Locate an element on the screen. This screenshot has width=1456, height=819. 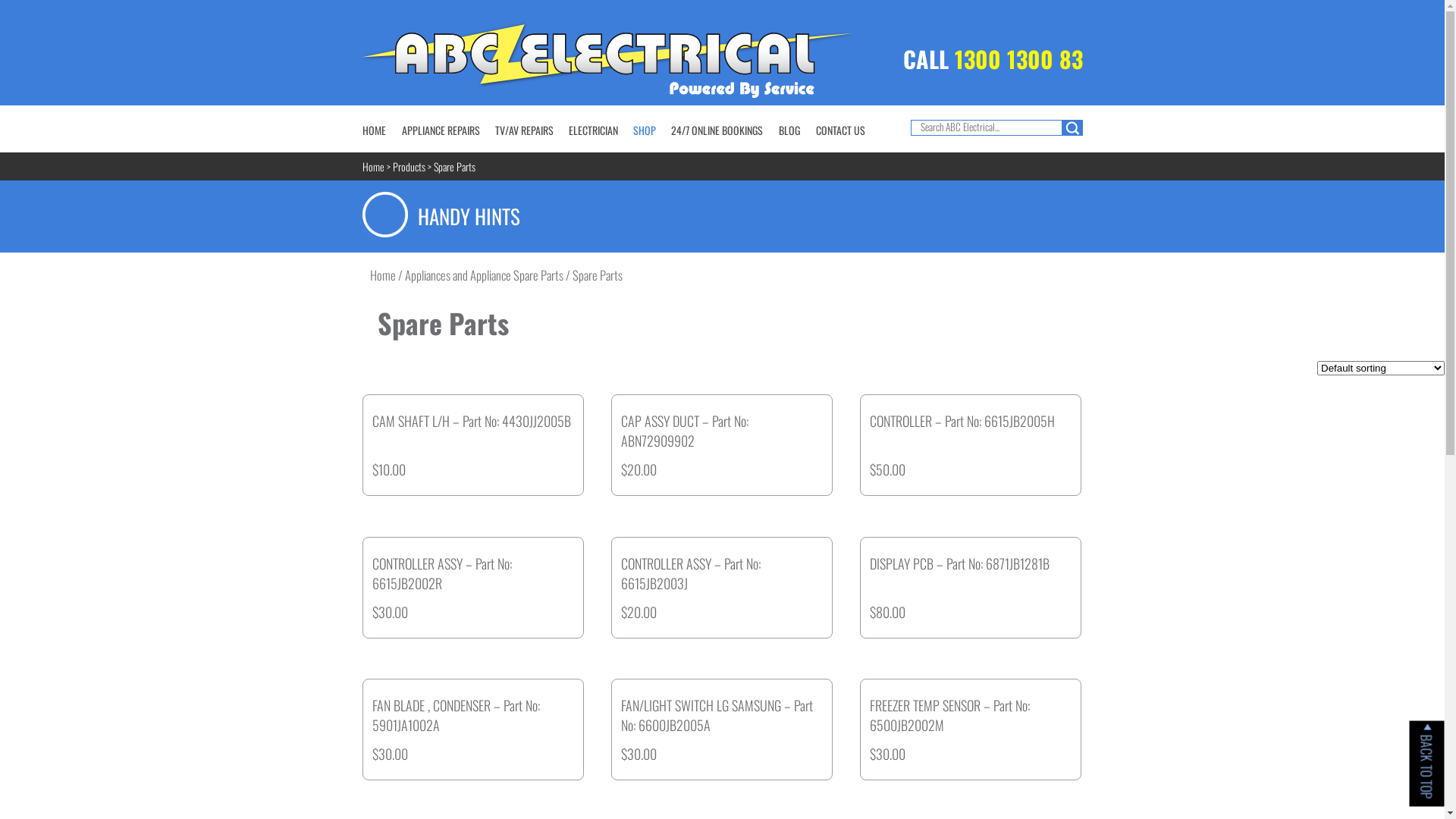
'1300 1300 83' is located at coordinates (1018, 58).